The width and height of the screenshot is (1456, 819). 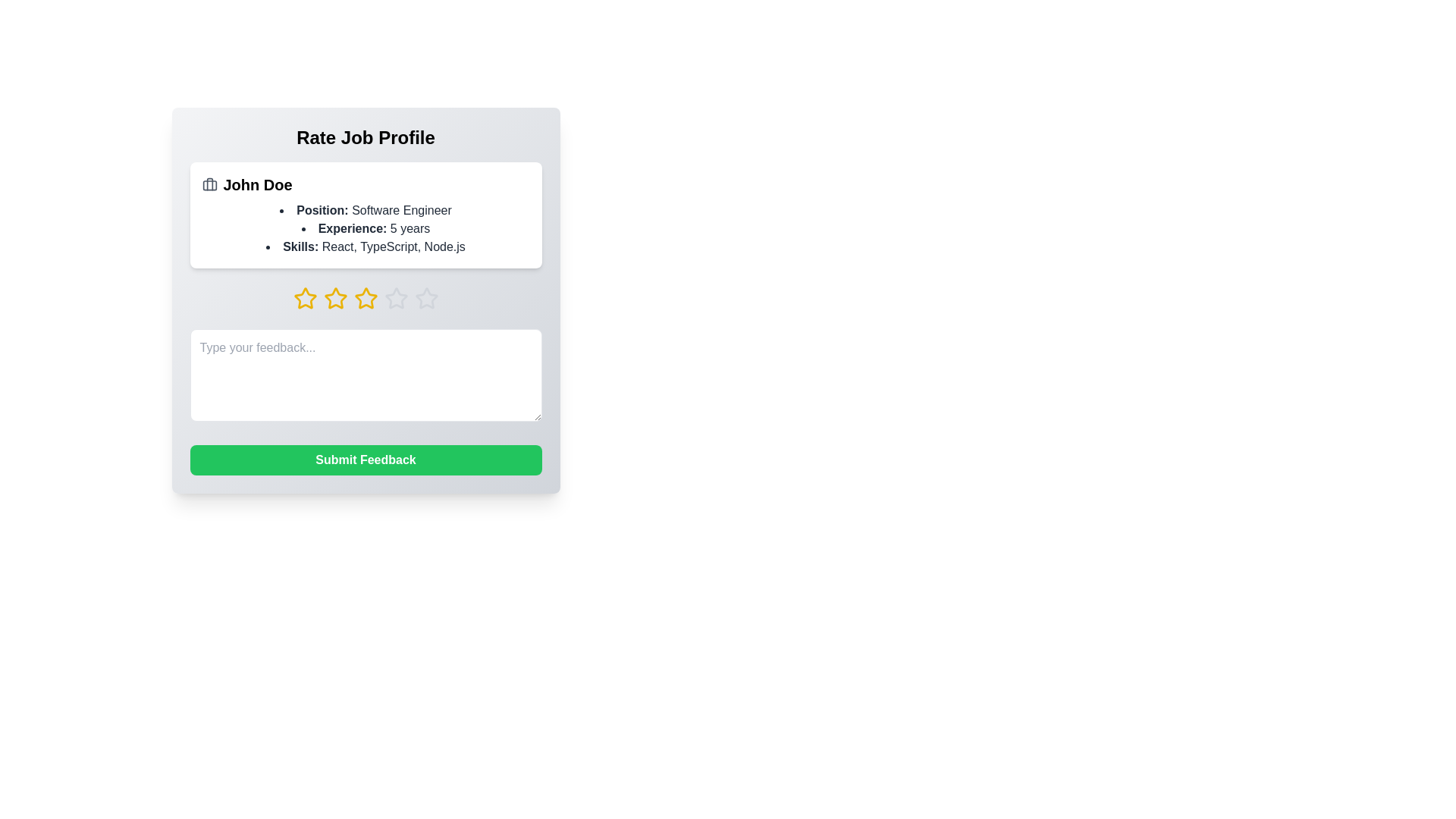 I want to click on the third star in the five-star rating system located in the 'Rate Job Profile' section, so click(x=366, y=298).